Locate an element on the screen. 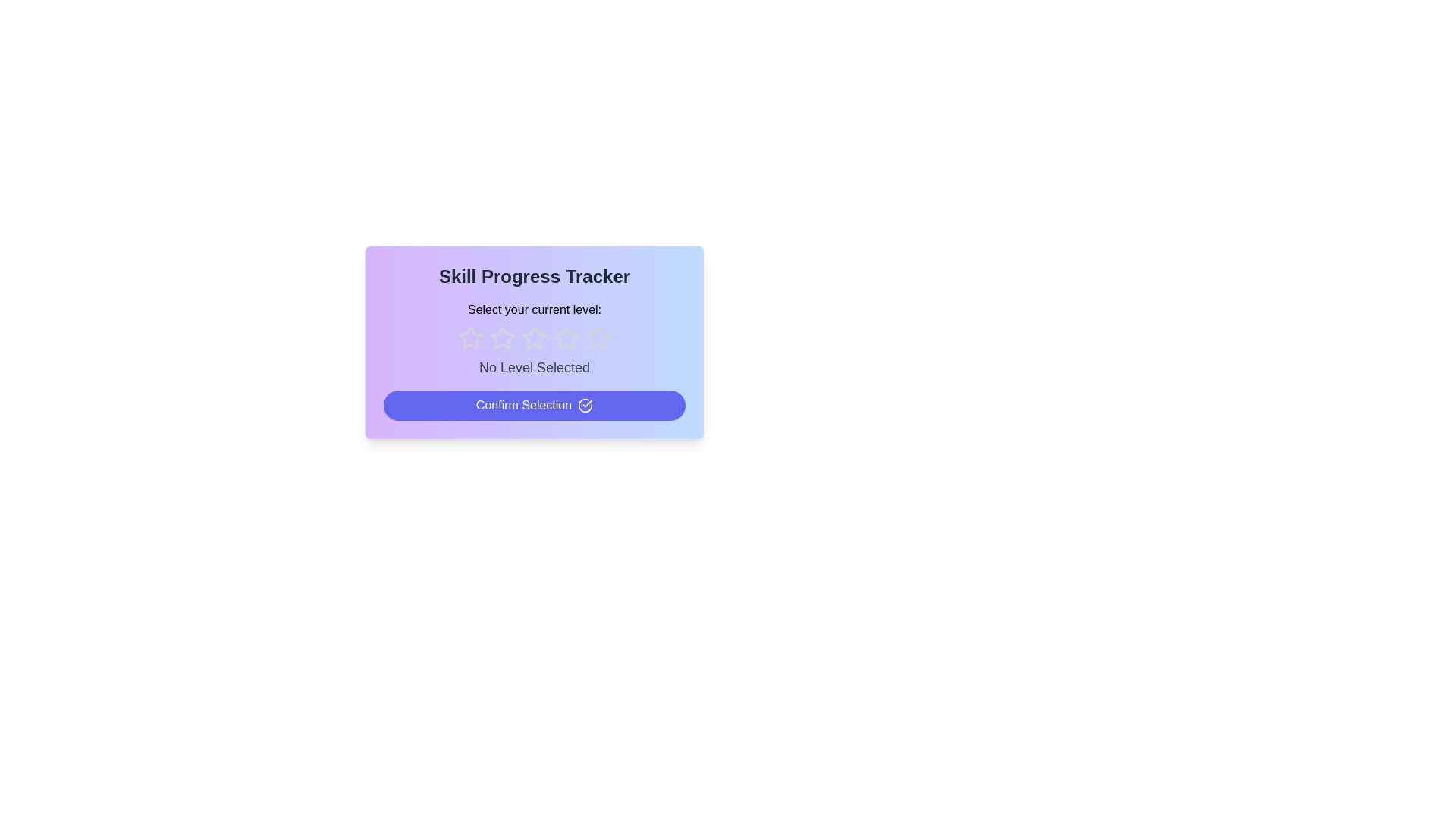 The image size is (1456, 819). the rating to 1 stars by clicking on the corresponding star is located at coordinates (469, 337).